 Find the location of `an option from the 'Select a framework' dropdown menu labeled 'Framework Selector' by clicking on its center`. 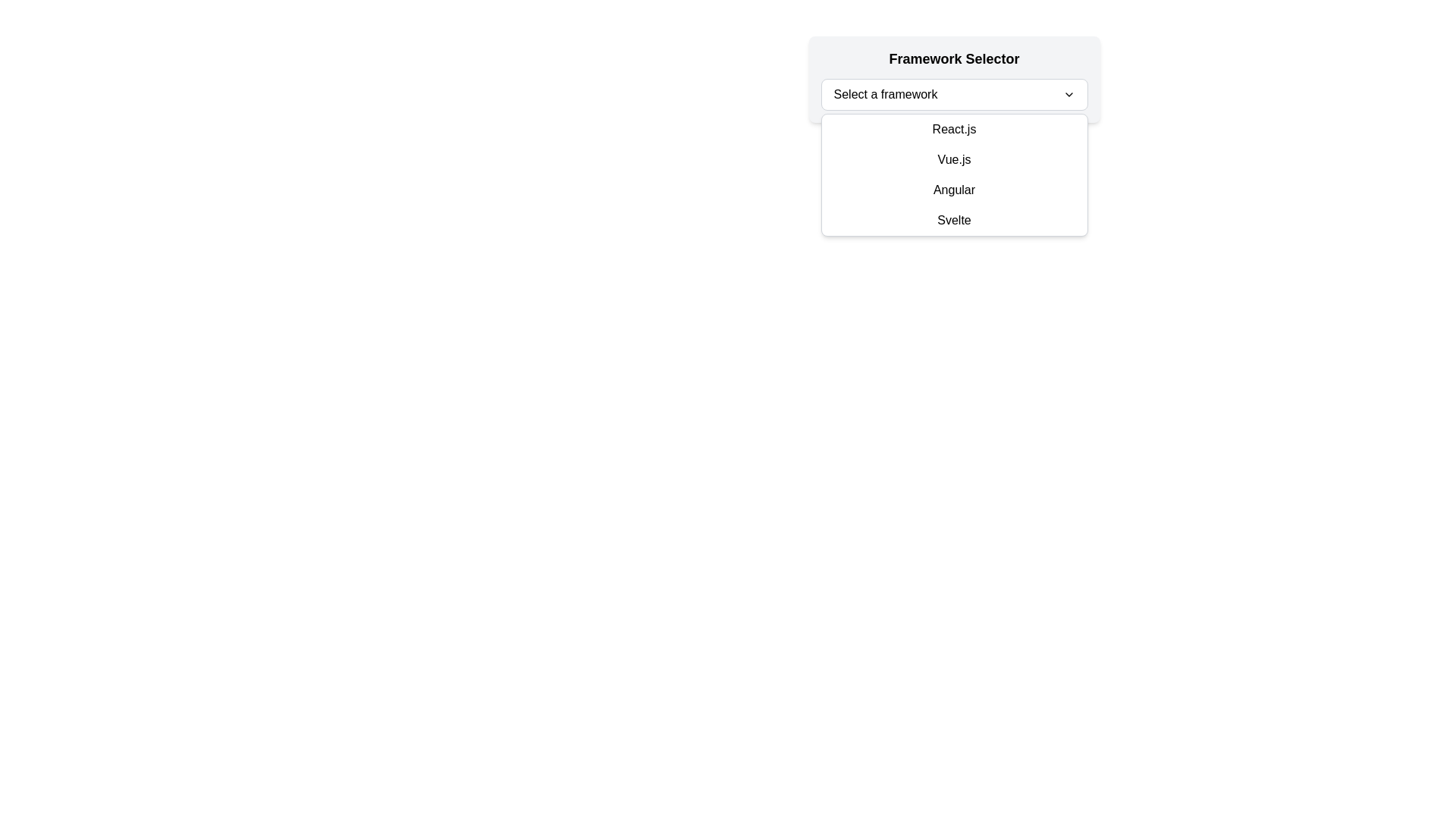

an option from the 'Select a framework' dropdown menu labeled 'Framework Selector' by clicking on its center is located at coordinates (953, 79).